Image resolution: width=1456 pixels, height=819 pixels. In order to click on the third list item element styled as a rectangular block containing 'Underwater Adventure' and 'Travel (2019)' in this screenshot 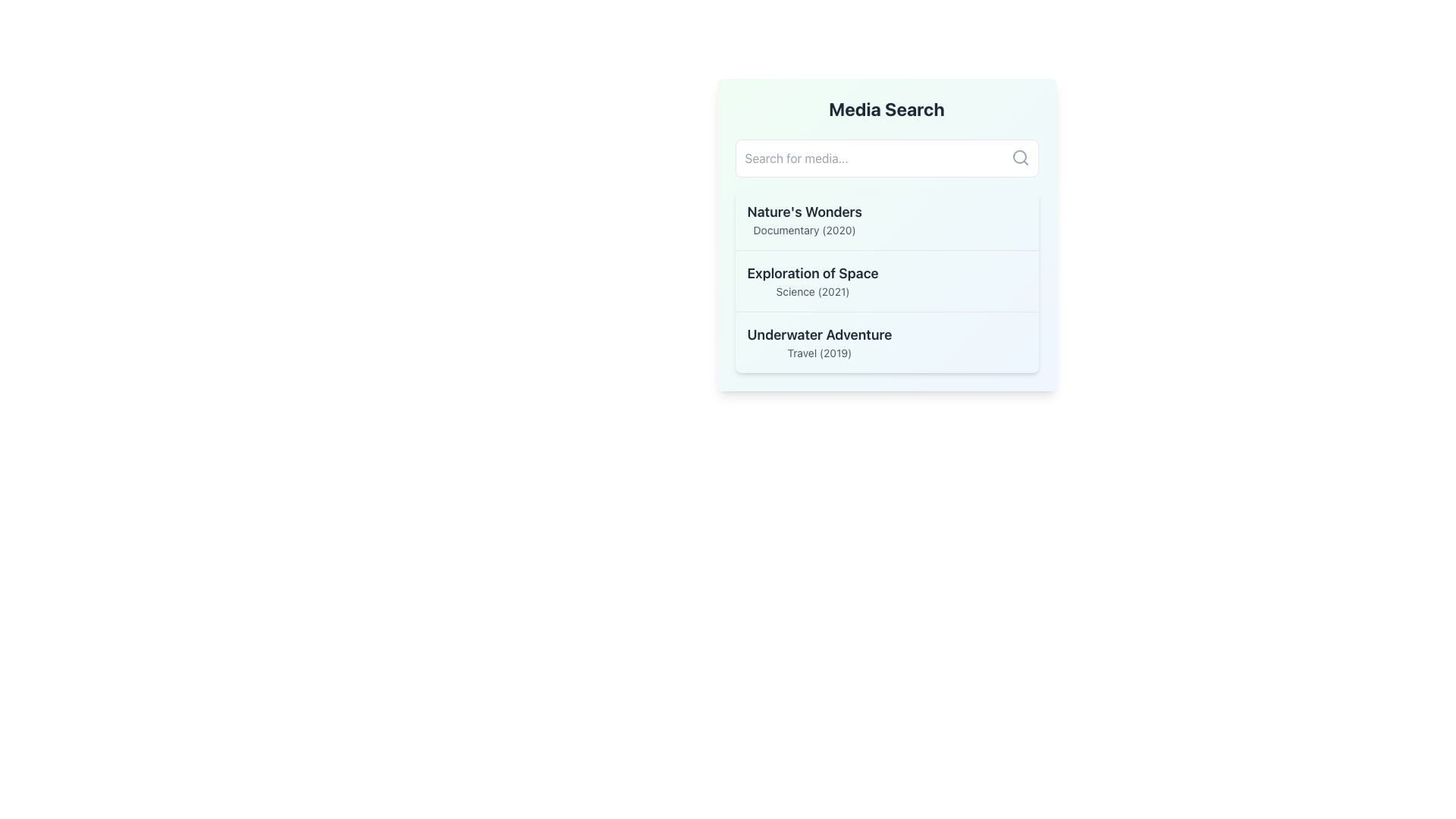, I will do `click(886, 342)`.